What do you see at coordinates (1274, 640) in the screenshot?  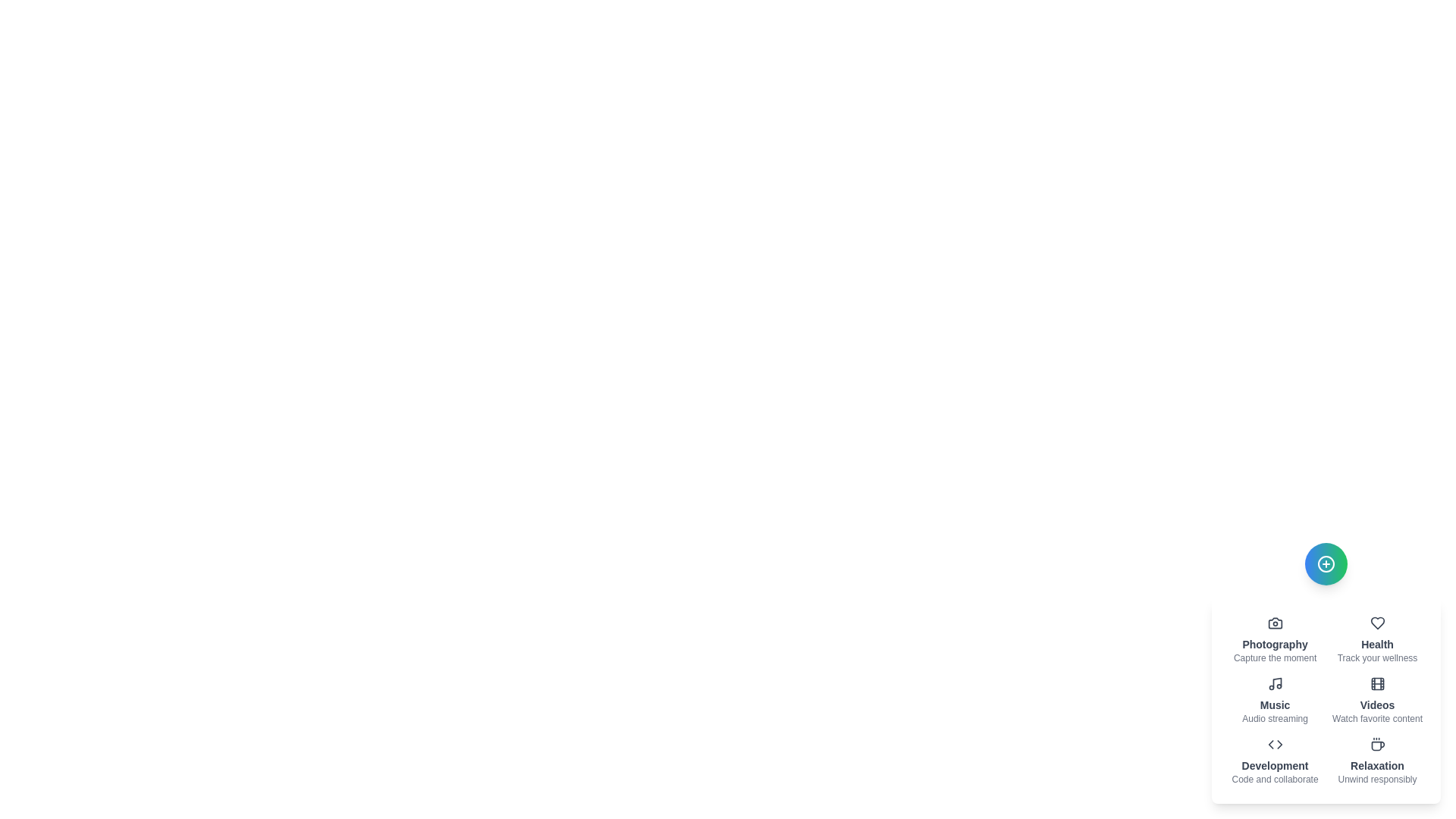 I see `the Photography action item to activate its feature` at bounding box center [1274, 640].